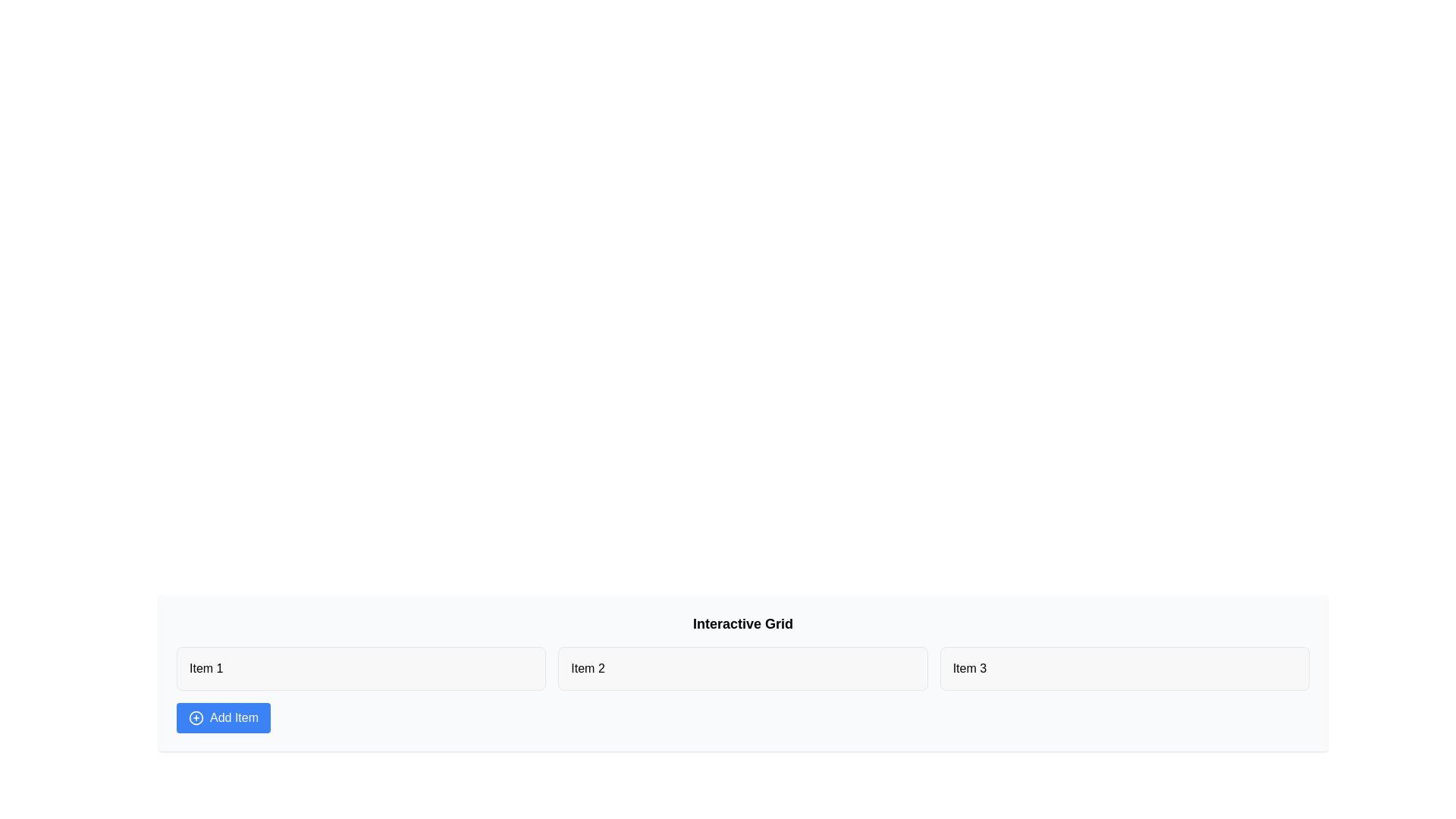 This screenshot has width=1456, height=819. I want to click on the text of Item 3 and copy it to the clipboard, so click(1125, 668).